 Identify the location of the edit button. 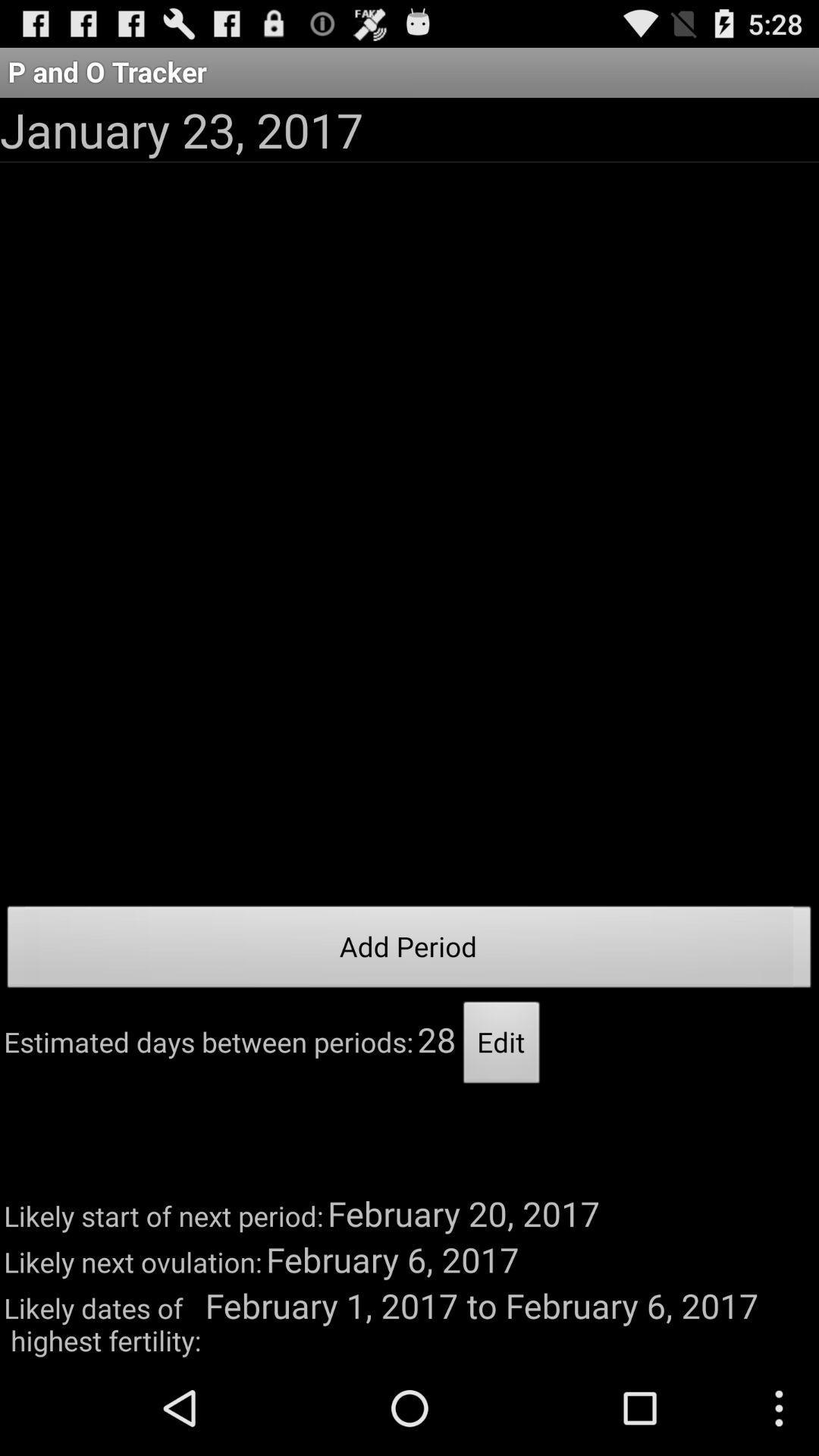
(501, 1046).